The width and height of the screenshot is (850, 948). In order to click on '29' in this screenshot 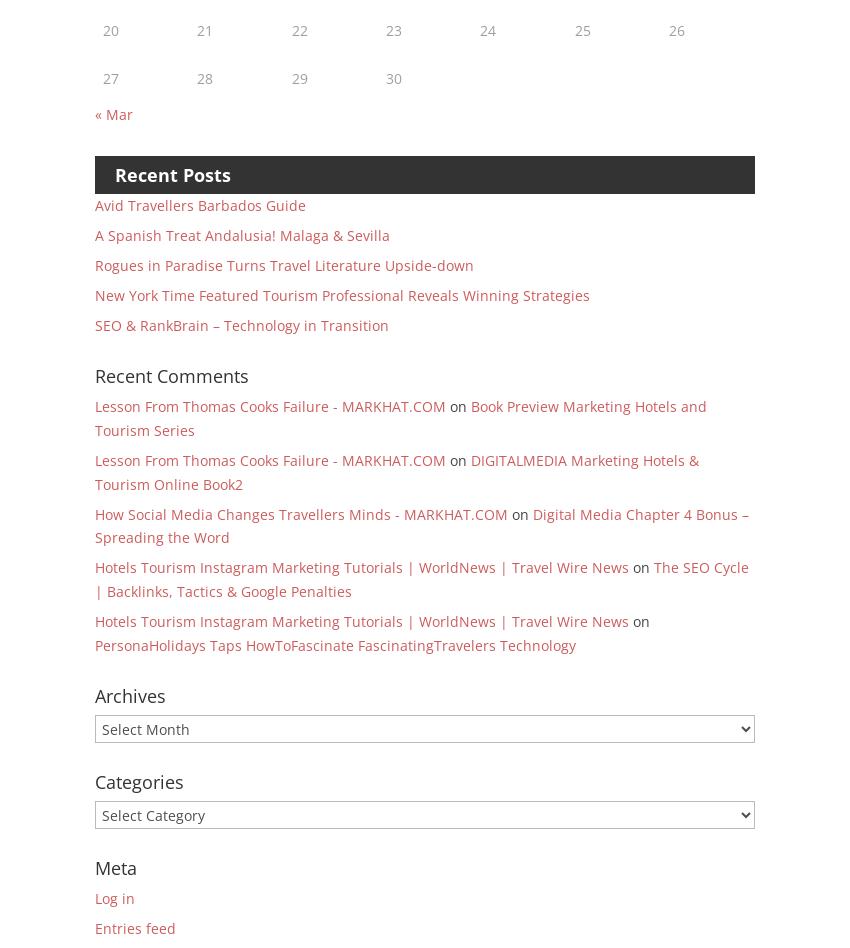, I will do `click(299, 77)`.